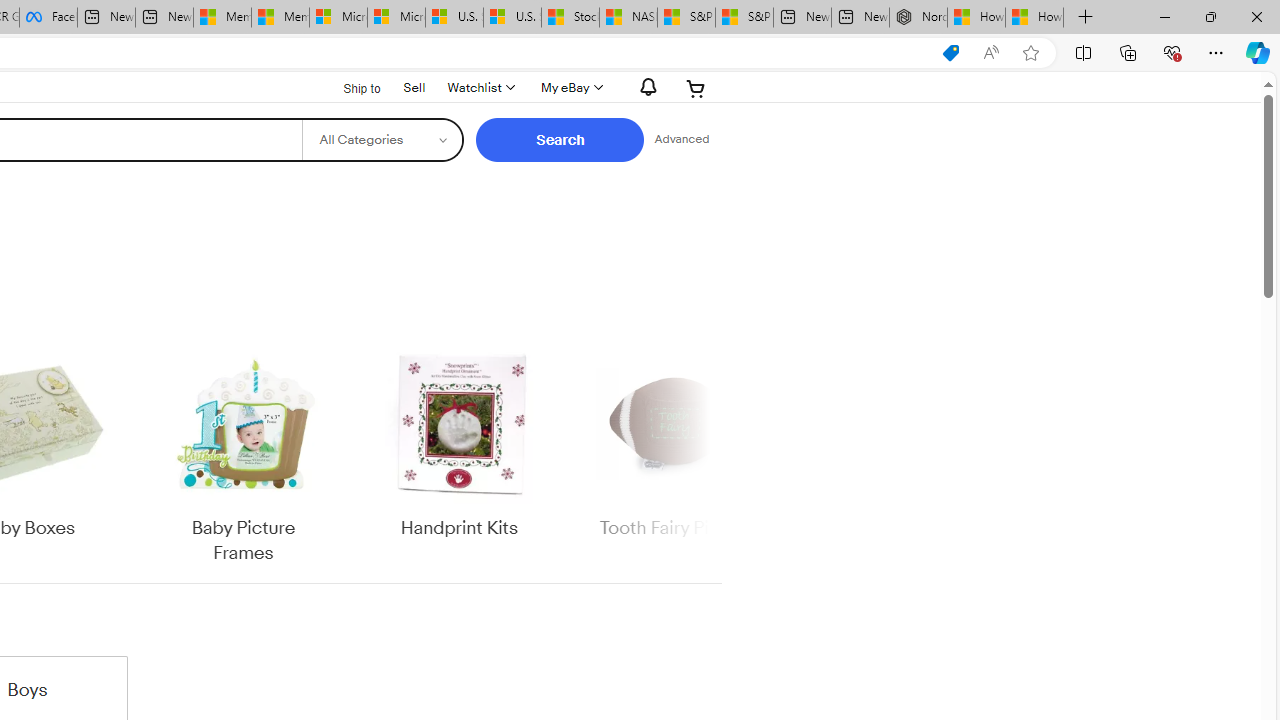  What do you see at coordinates (681, 139) in the screenshot?
I see `'Advanced Search'` at bounding box center [681, 139].